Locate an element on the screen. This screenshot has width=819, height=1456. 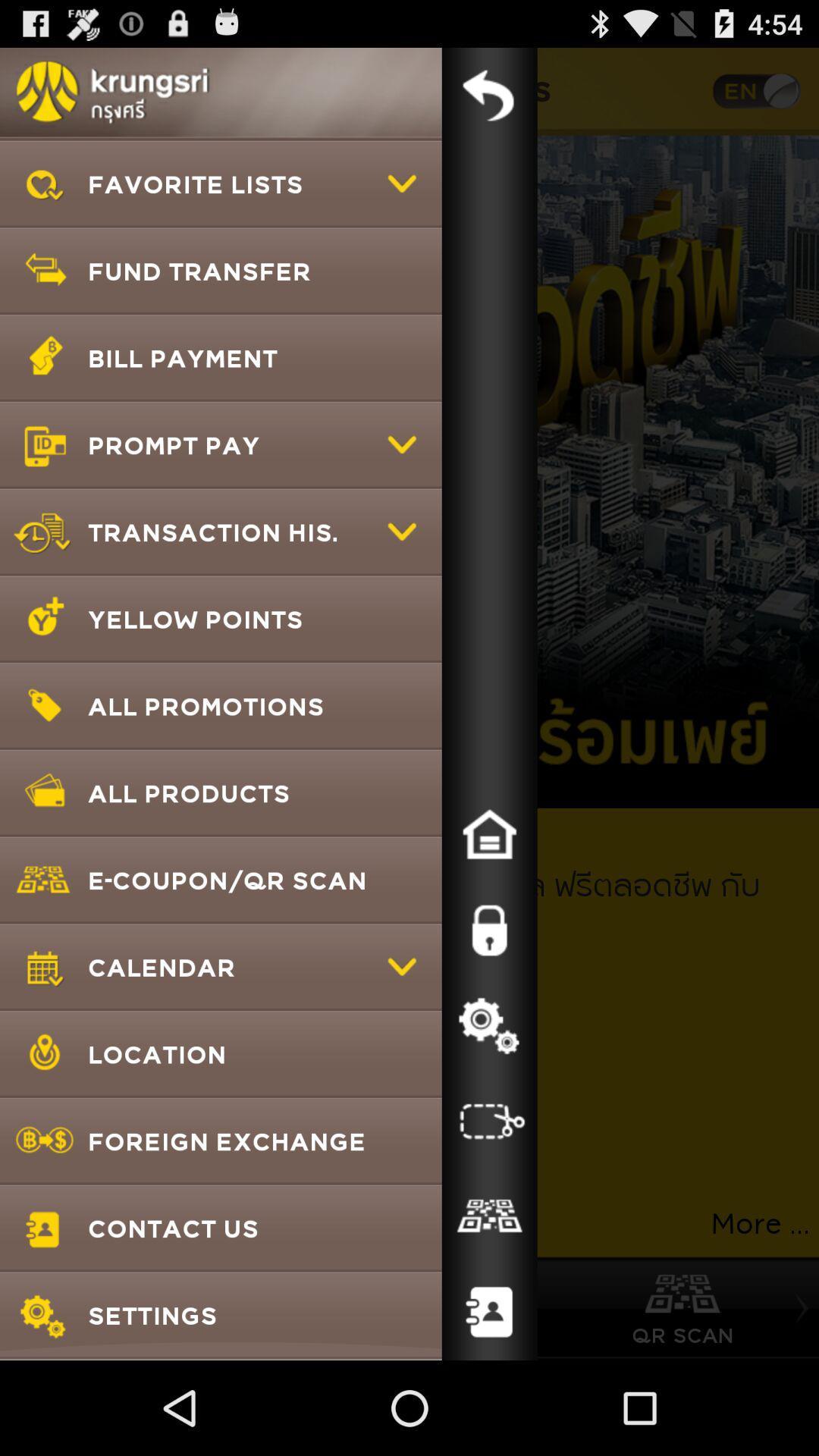
unlock calendar option is located at coordinates (489, 930).